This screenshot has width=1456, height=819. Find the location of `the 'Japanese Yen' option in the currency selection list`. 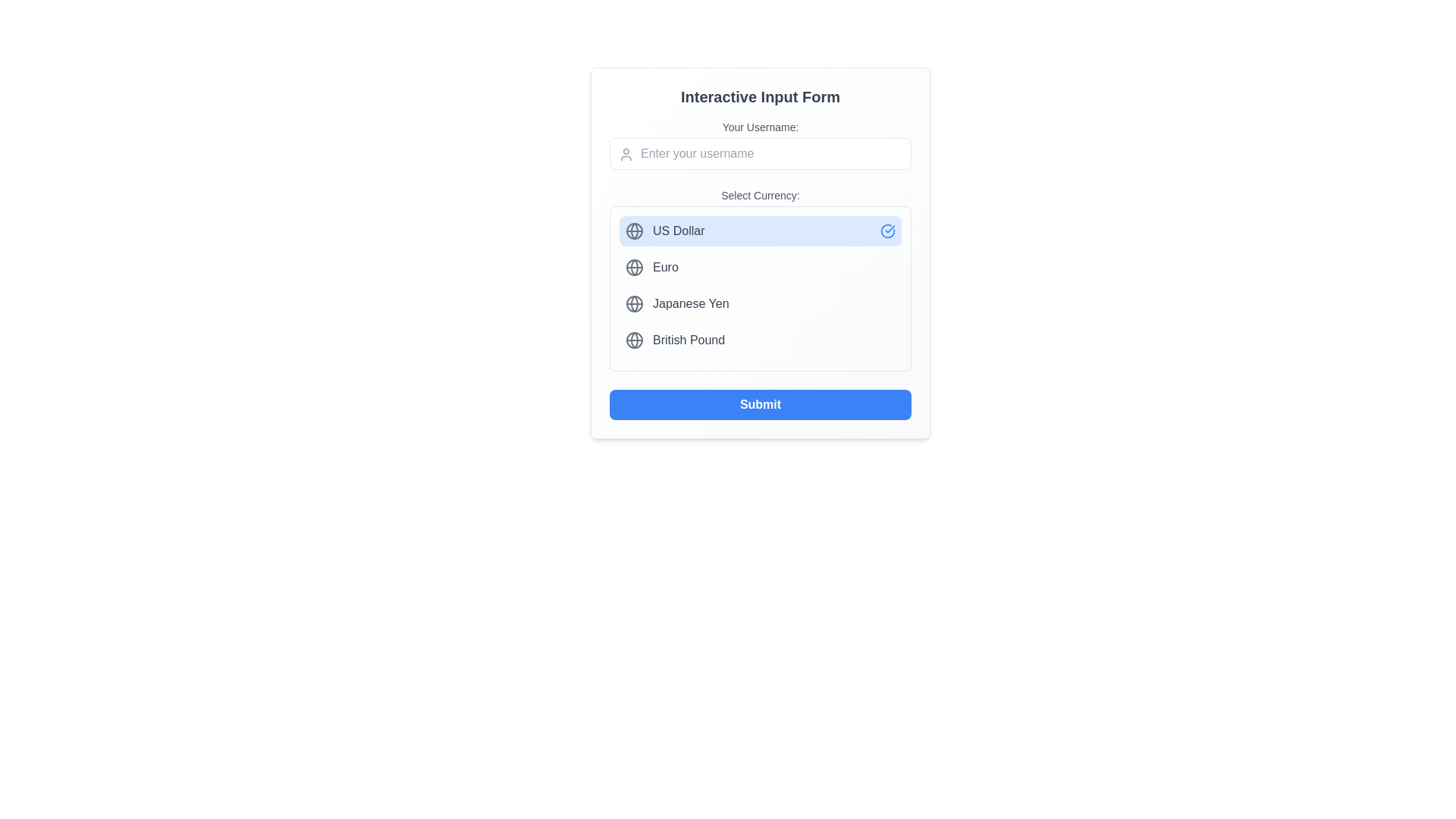

the 'Japanese Yen' option in the currency selection list is located at coordinates (761, 289).